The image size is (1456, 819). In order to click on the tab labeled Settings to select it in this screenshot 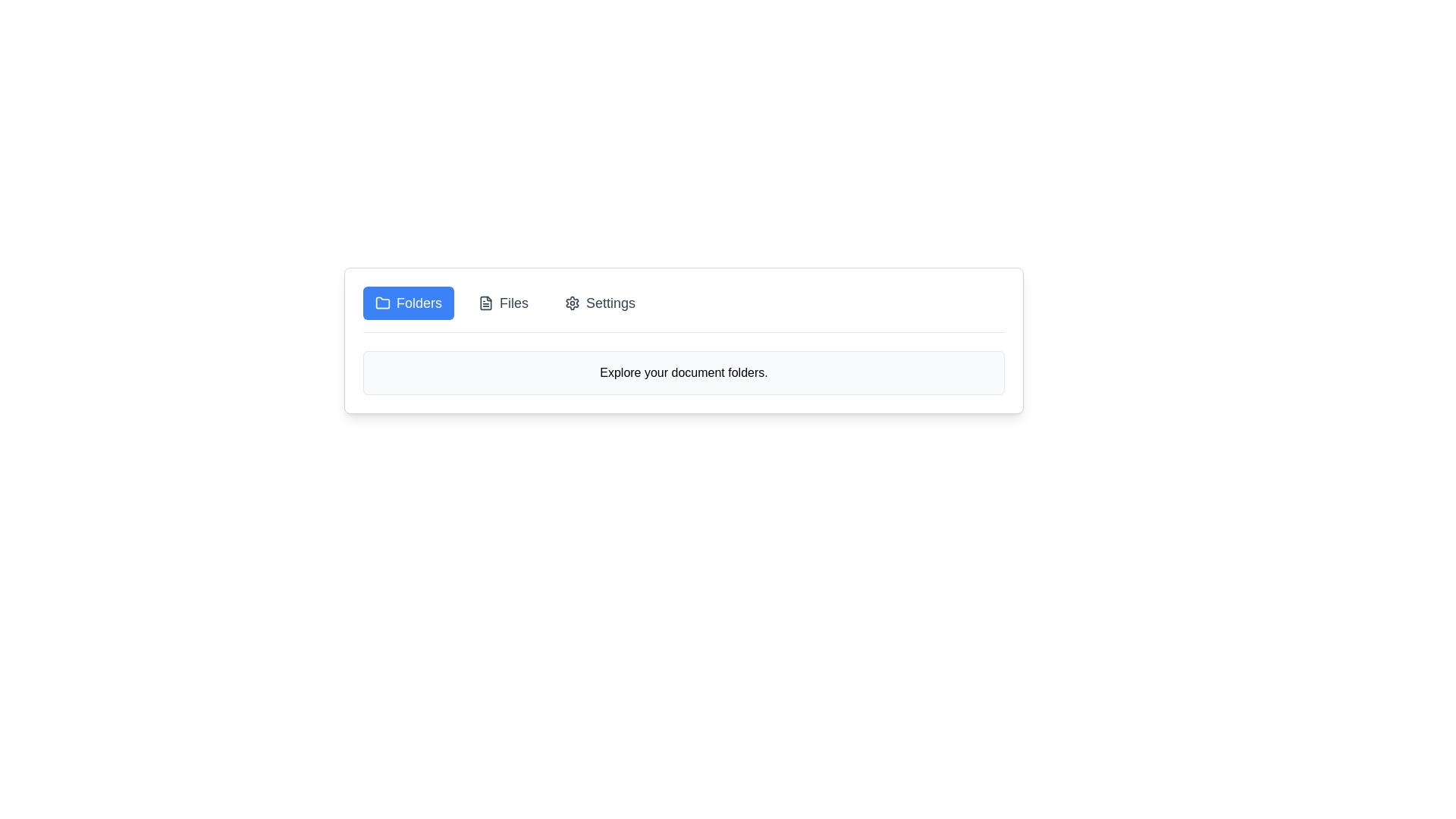, I will do `click(599, 303)`.